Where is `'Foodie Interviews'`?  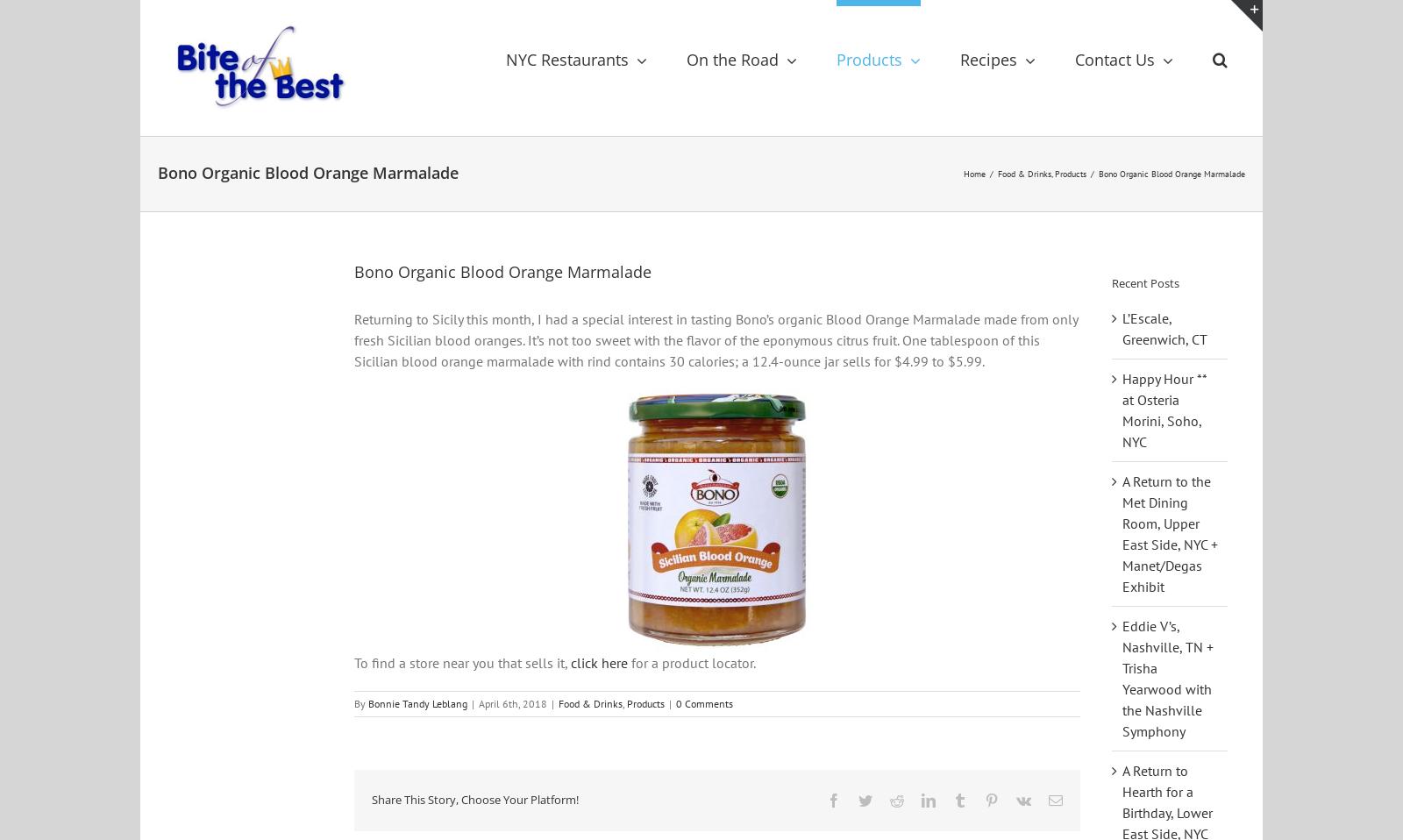 'Foodie Interviews' is located at coordinates (733, 274).